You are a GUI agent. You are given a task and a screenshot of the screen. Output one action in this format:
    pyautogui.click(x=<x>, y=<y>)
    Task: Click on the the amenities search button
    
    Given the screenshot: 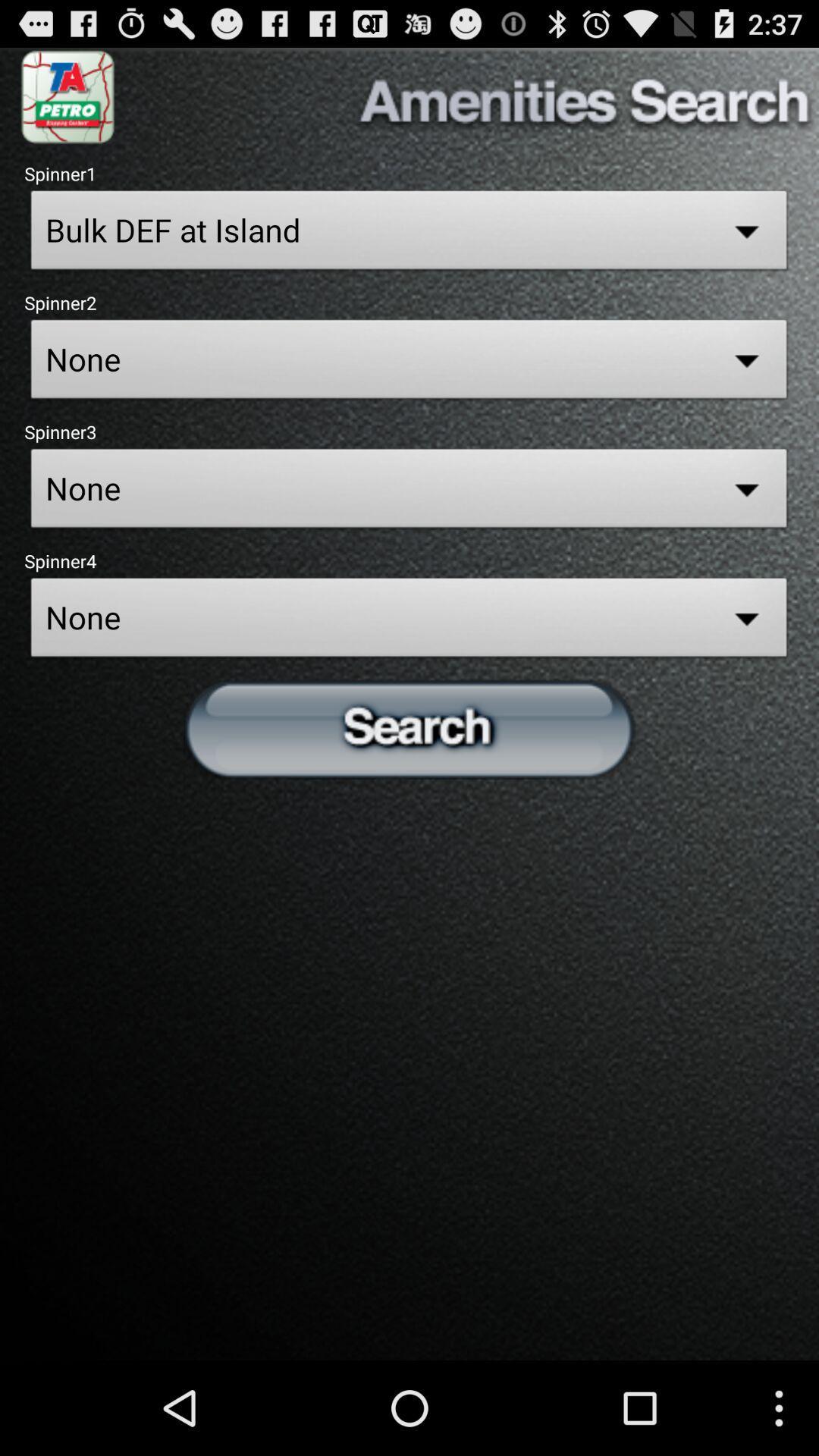 What is the action you would take?
    pyautogui.click(x=466, y=96)
    